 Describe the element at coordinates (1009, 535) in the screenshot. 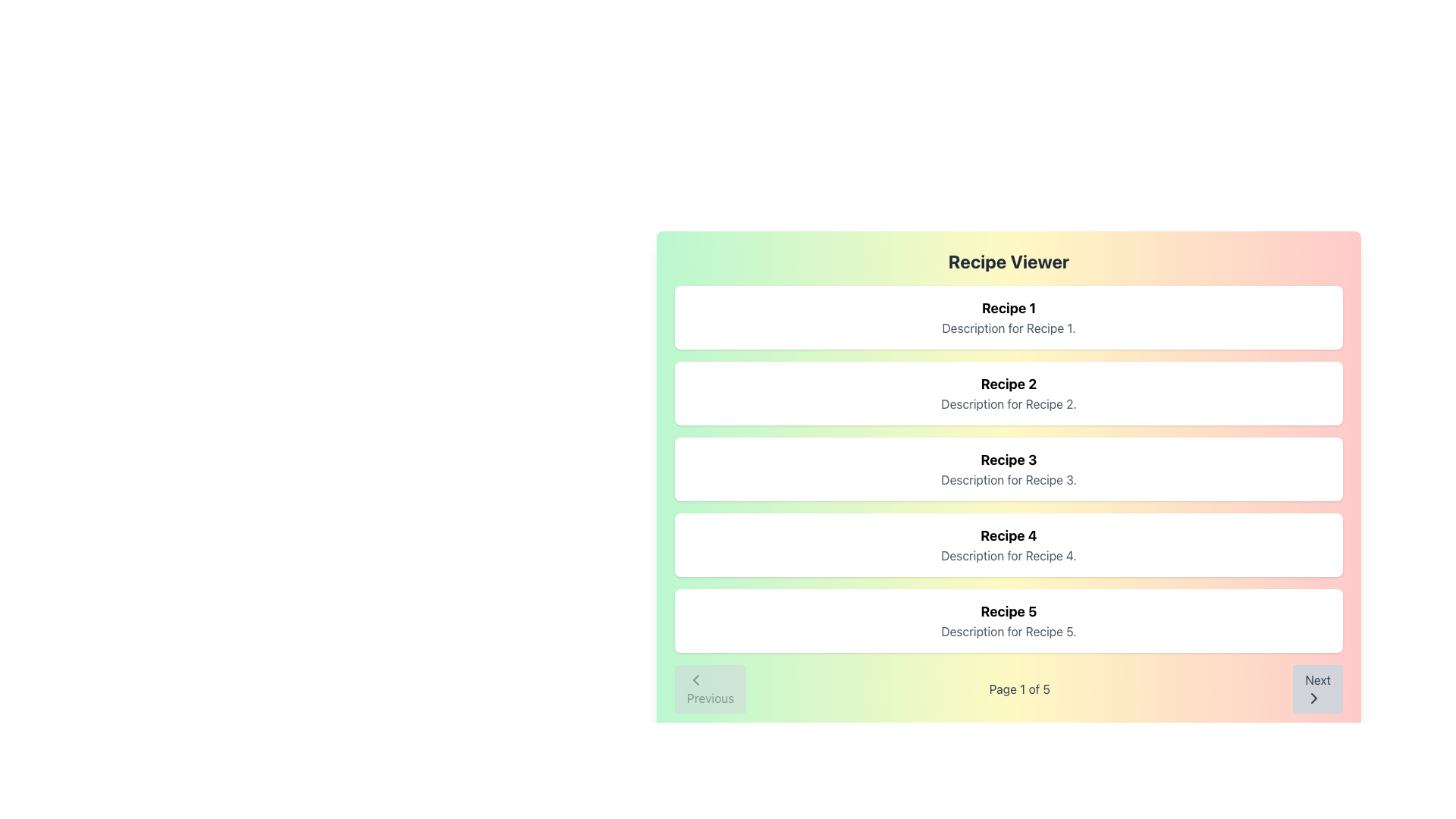

I see `text label that displays 'Recipe 4' in bold and large font, located in the fourth card of the vertically stacked list of recipe entries` at that location.